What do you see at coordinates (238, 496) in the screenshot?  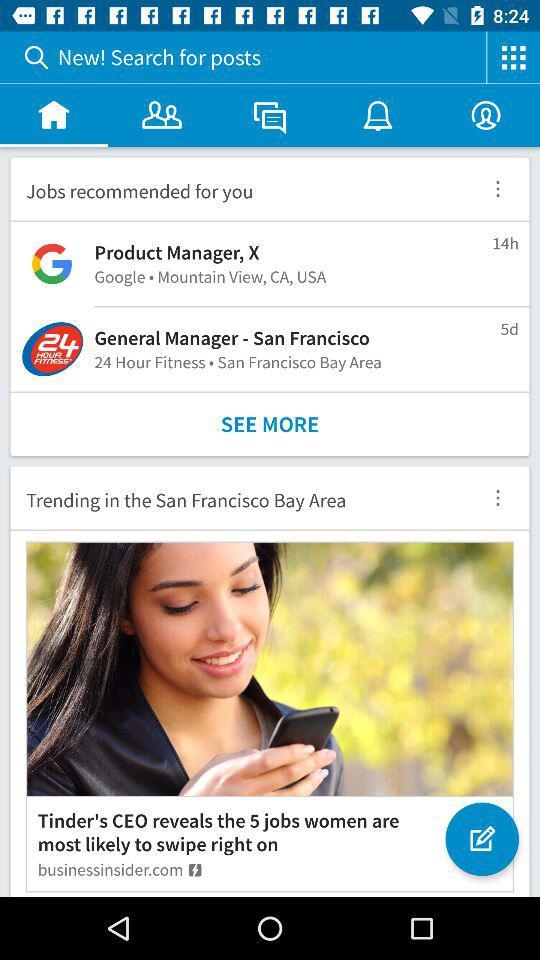 I see `the trending in the item` at bounding box center [238, 496].